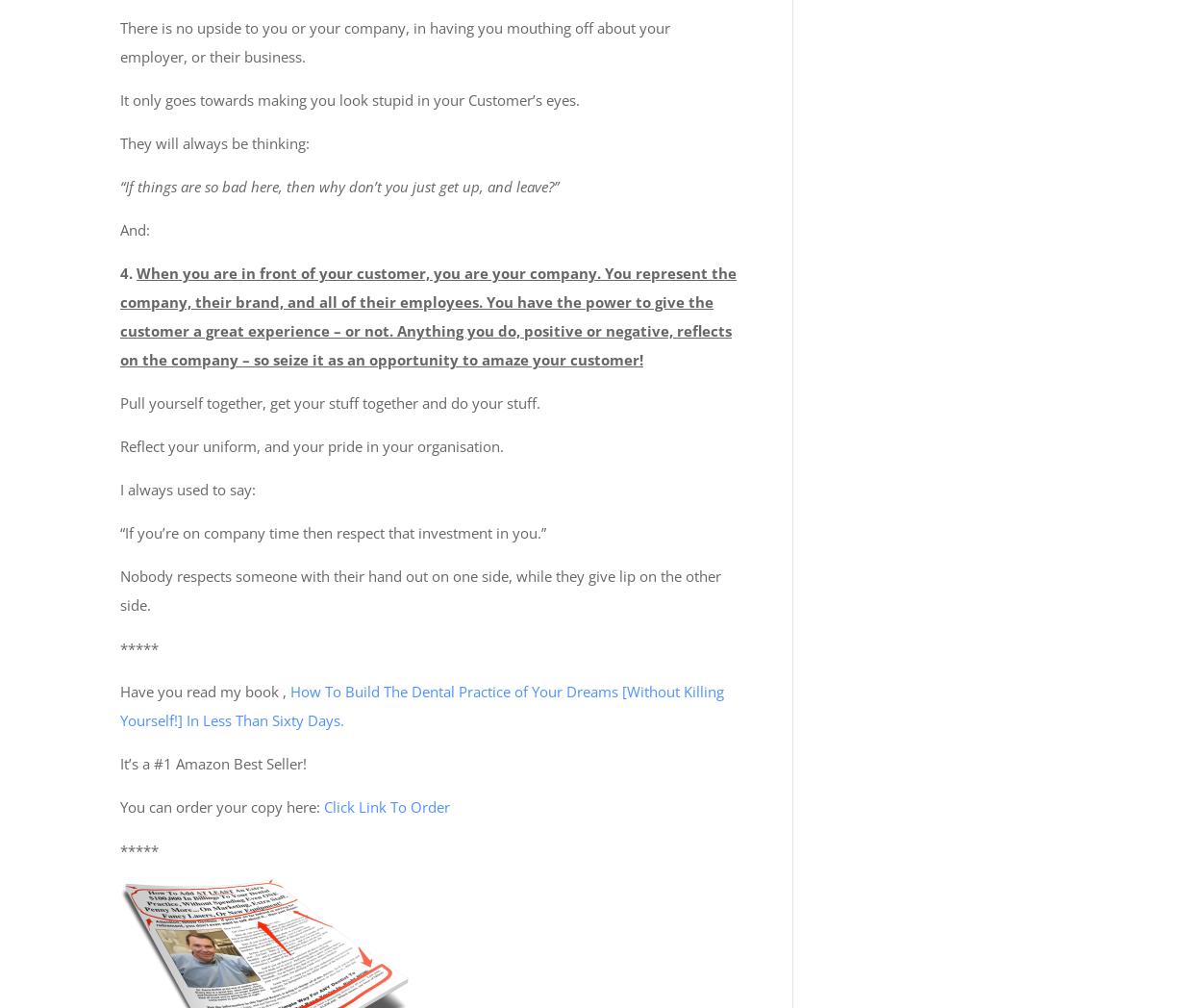 Image resolution: width=1202 pixels, height=1008 pixels. Describe the element at coordinates (213, 762) in the screenshot. I see `'It’s a #1 Amazon Best Seller!'` at that location.